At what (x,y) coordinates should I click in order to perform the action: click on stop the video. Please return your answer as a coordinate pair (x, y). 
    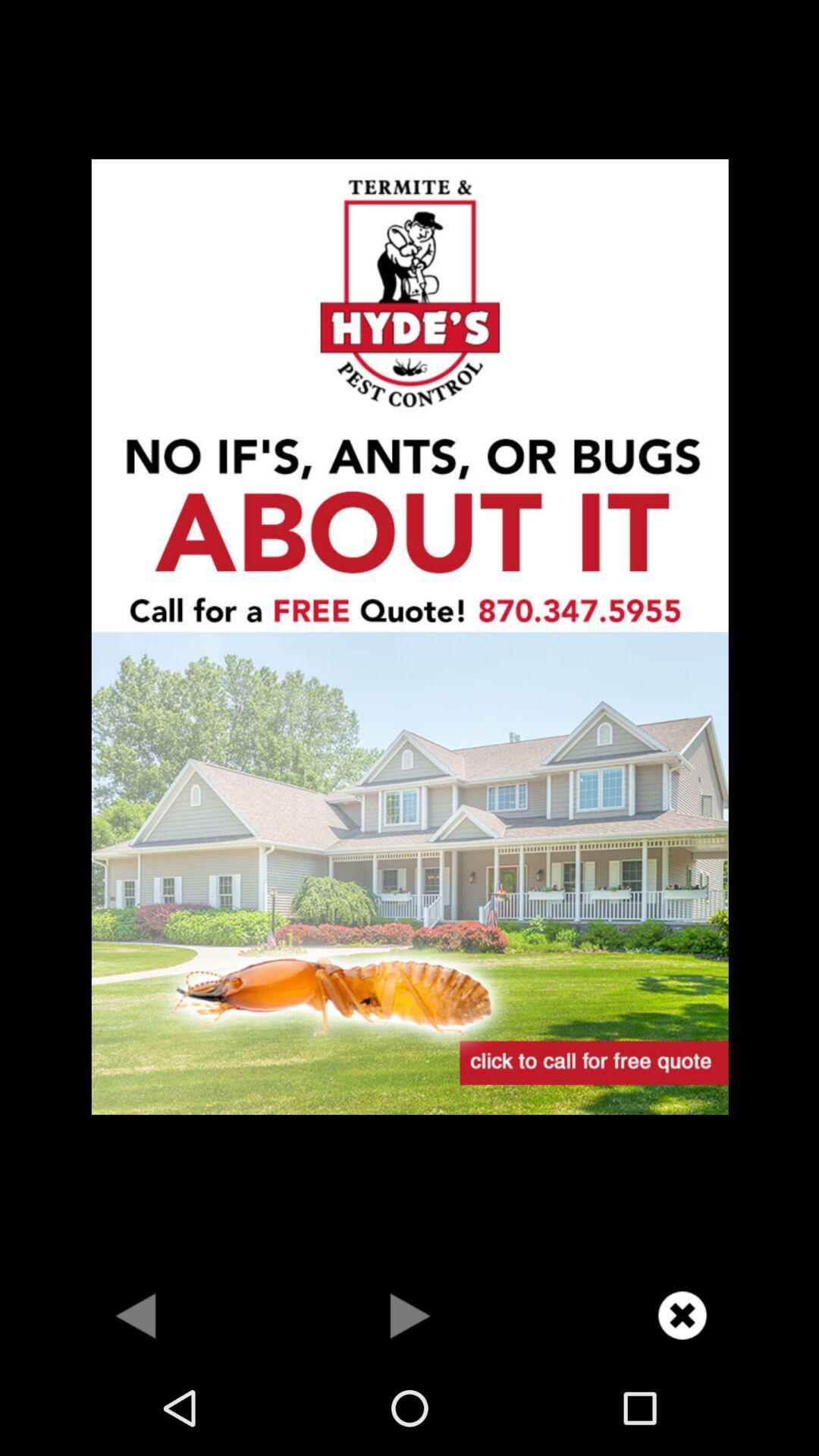
    Looking at the image, I should click on (681, 1314).